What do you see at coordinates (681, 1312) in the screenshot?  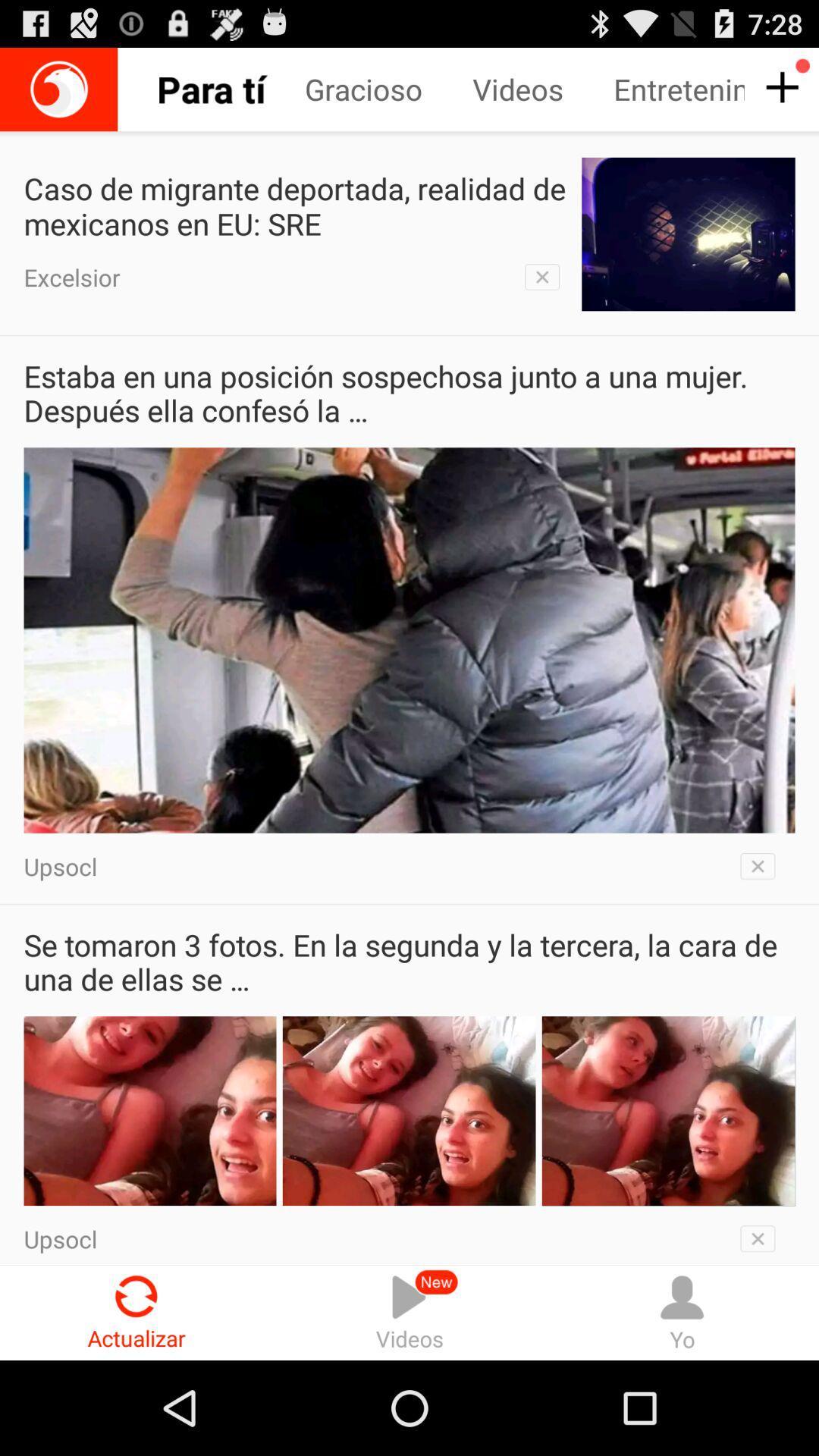 I see `the item to the right of videos item` at bounding box center [681, 1312].